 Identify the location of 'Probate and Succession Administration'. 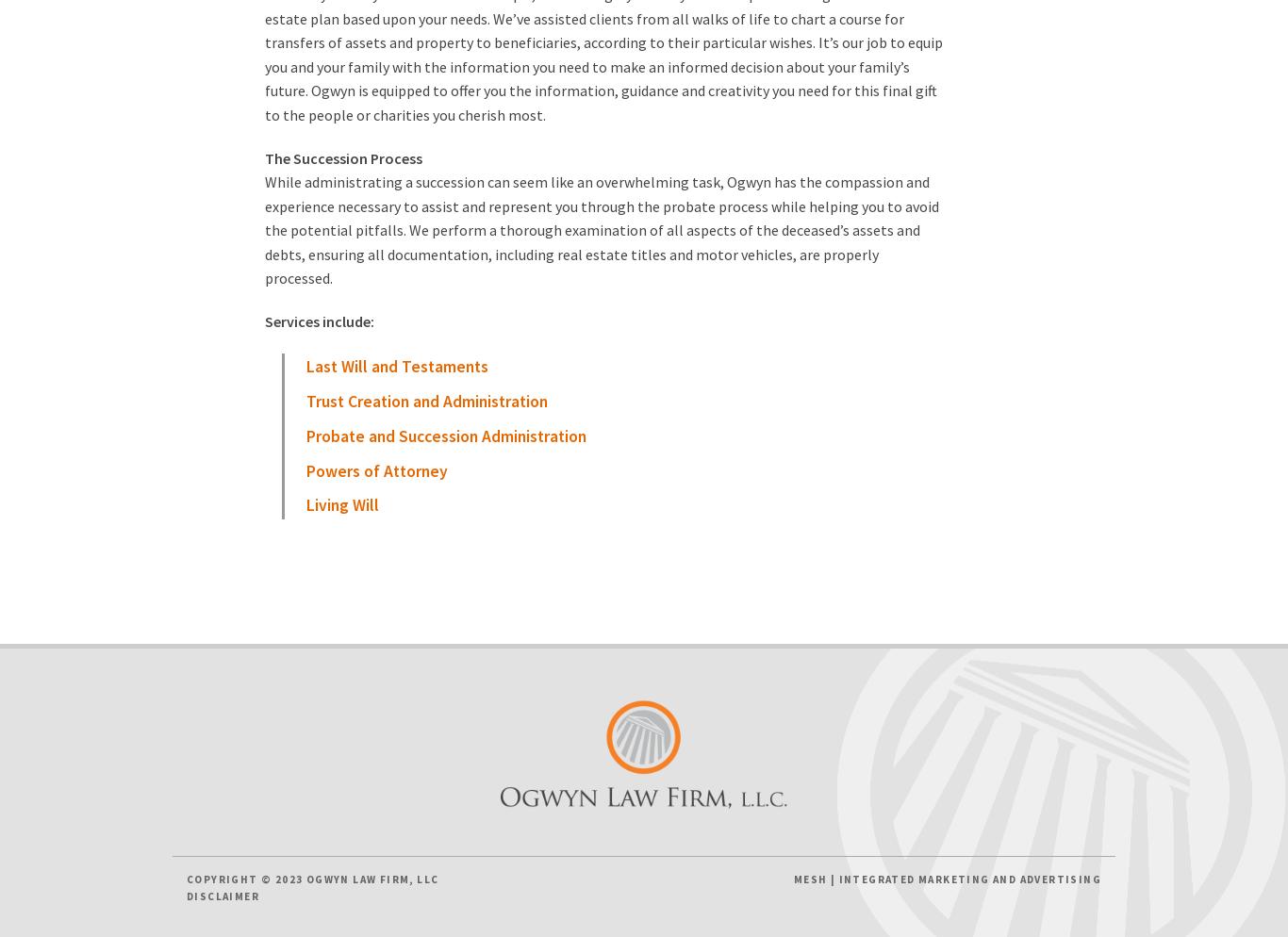
(445, 436).